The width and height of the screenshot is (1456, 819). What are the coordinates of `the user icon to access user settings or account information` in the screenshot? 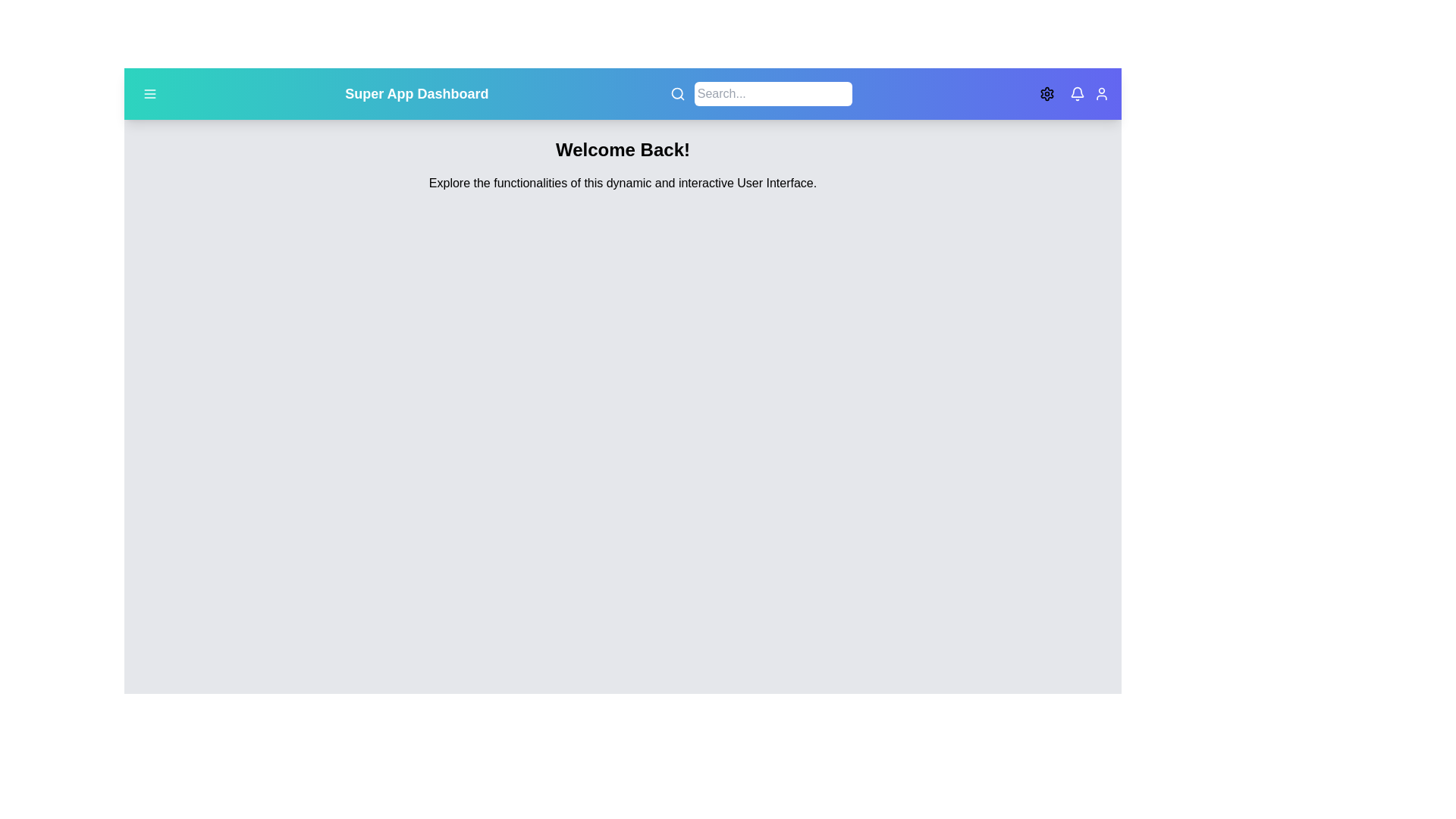 It's located at (1102, 93).